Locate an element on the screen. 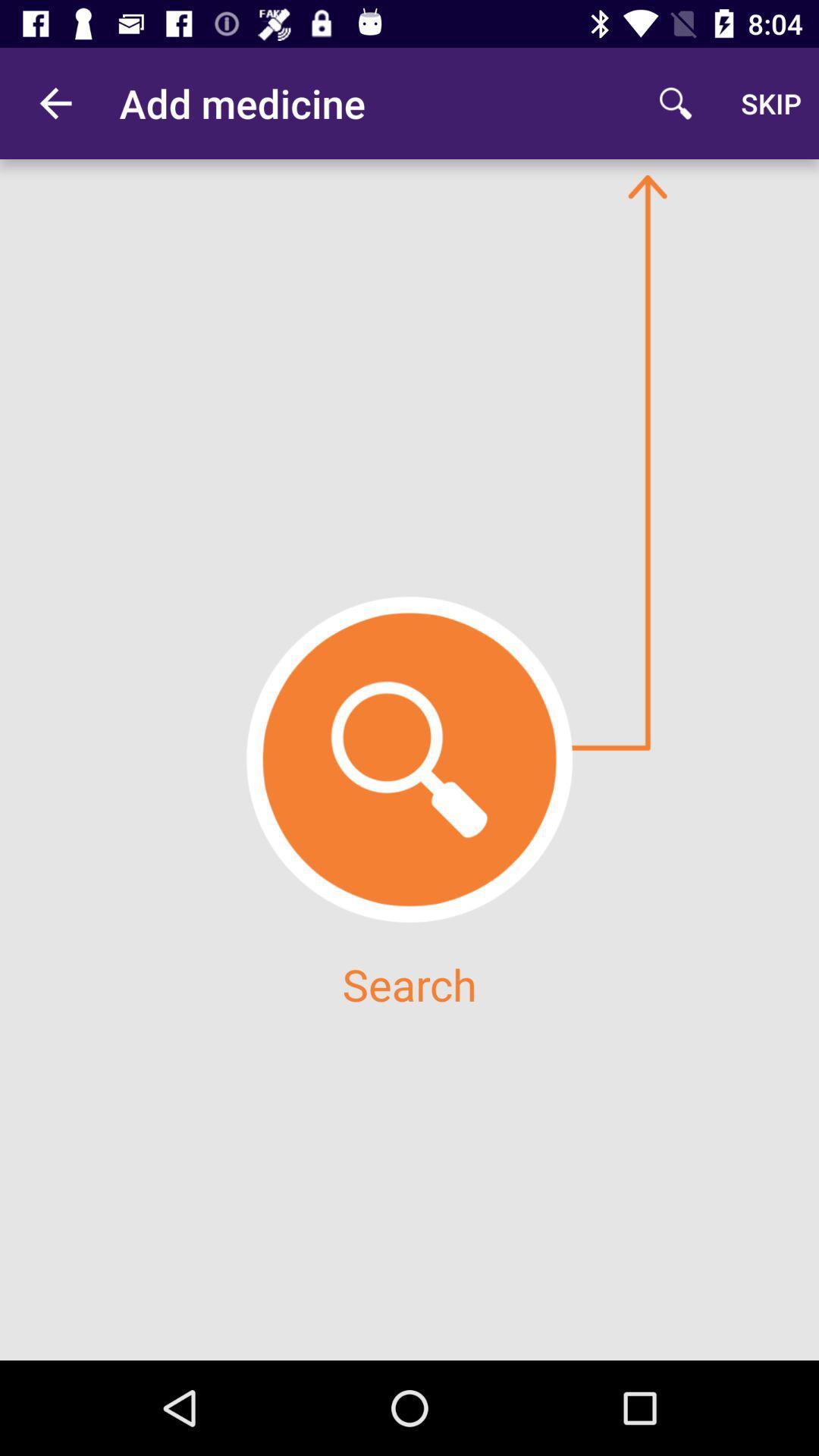 This screenshot has height=1456, width=819. the item to the left of the skip is located at coordinates (675, 102).